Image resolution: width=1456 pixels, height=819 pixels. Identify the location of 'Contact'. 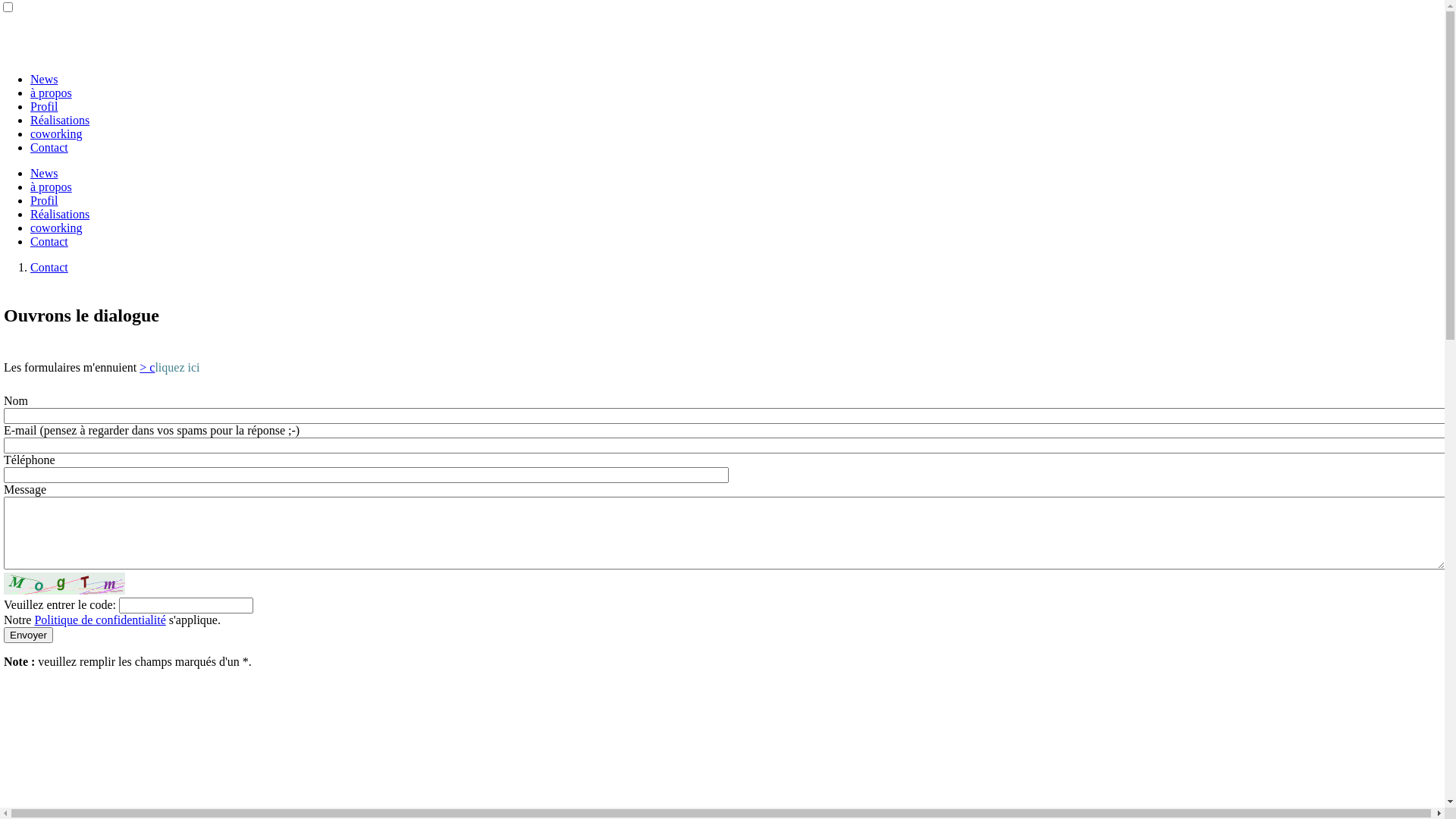
(49, 240).